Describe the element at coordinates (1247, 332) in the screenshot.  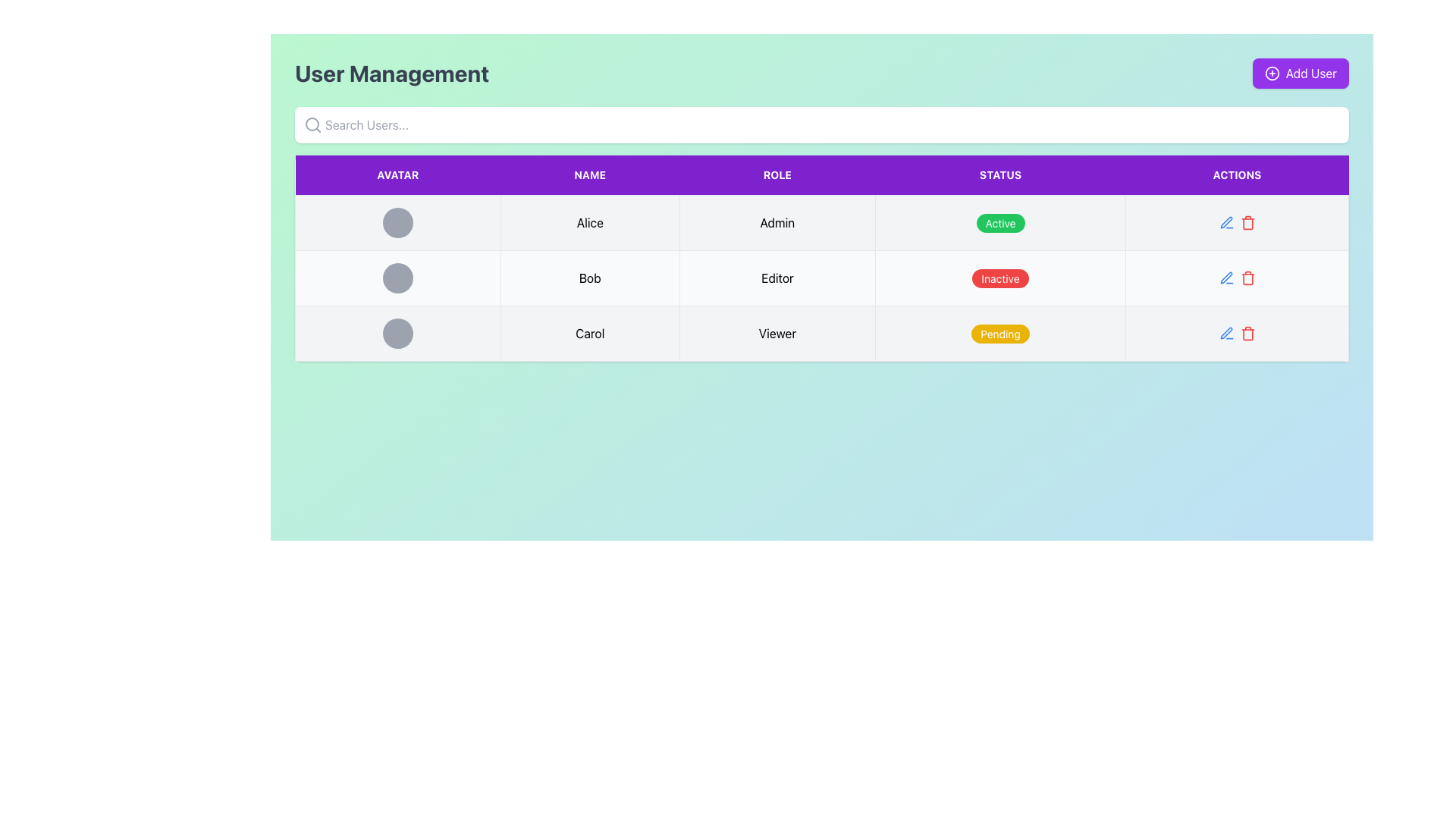
I see `the red trash can icon in the user management table's 'Actions' column to trigger the color change indicating interactivity` at that location.